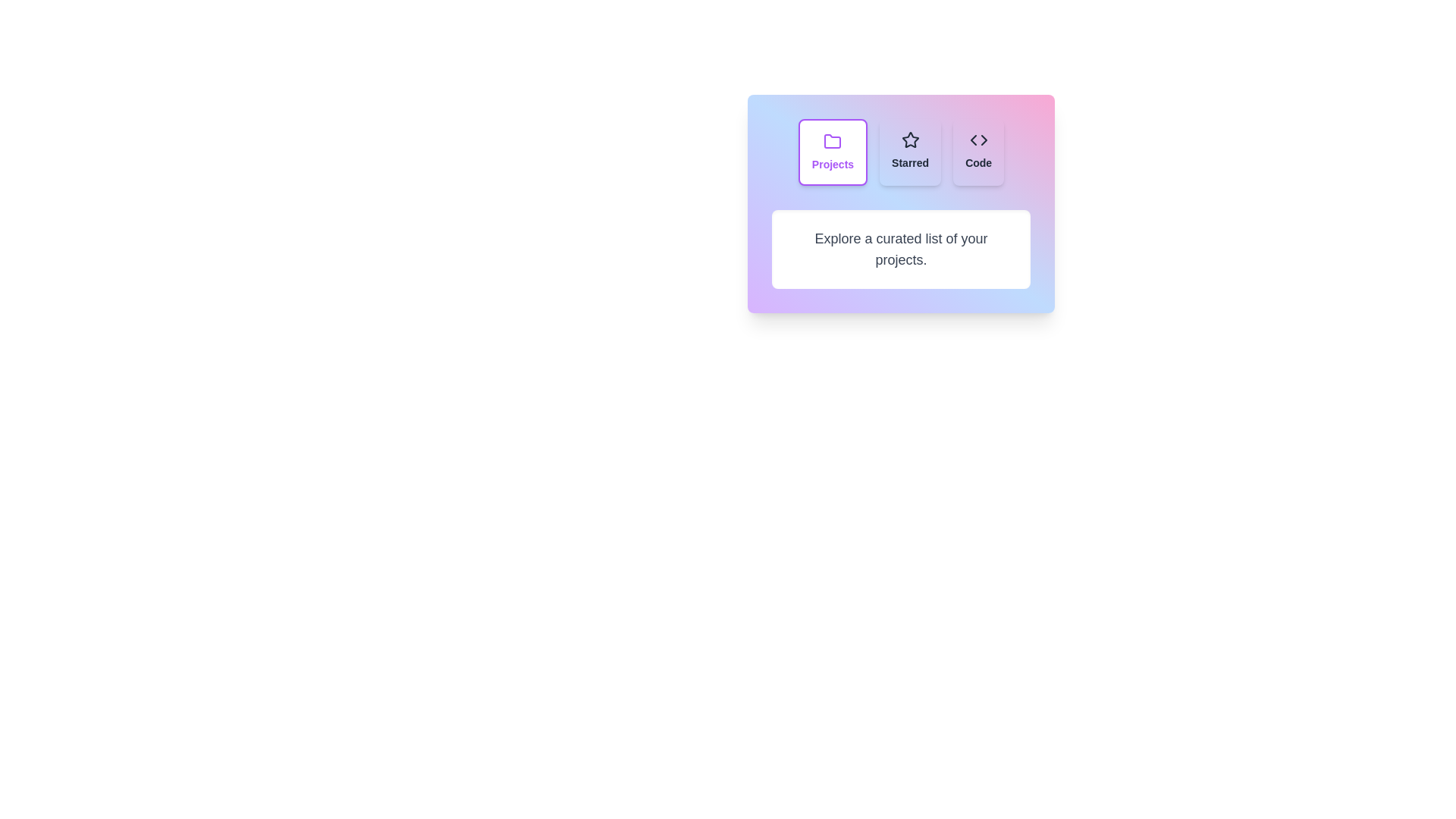 This screenshot has height=819, width=1456. Describe the element at coordinates (978, 152) in the screenshot. I see `the Code tab to observe its hover effect` at that location.